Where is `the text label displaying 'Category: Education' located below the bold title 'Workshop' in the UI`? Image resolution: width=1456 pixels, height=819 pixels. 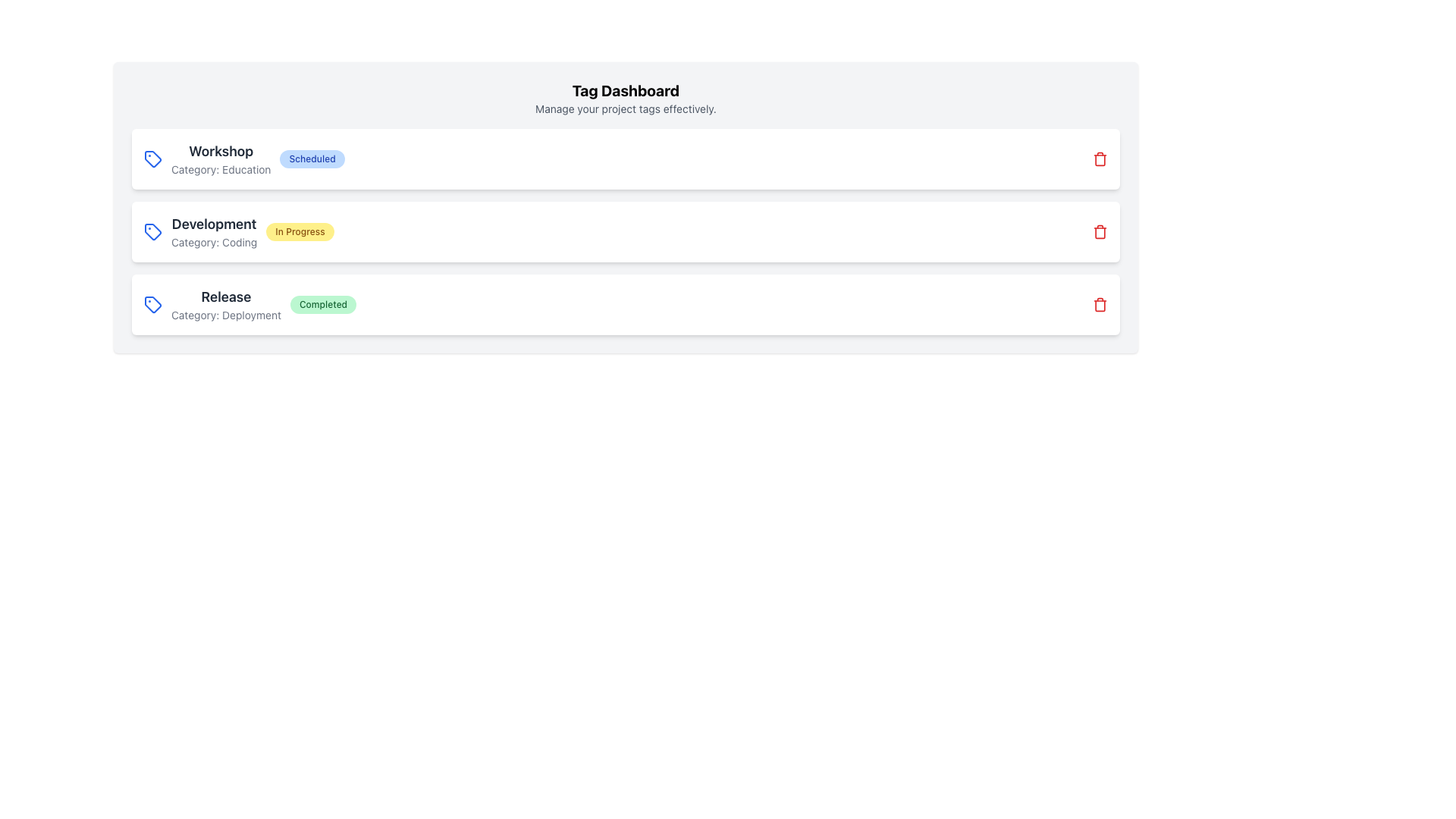 the text label displaying 'Category: Education' located below the bold title 'Workshop' in the UI is located at coordinates (220, 169).